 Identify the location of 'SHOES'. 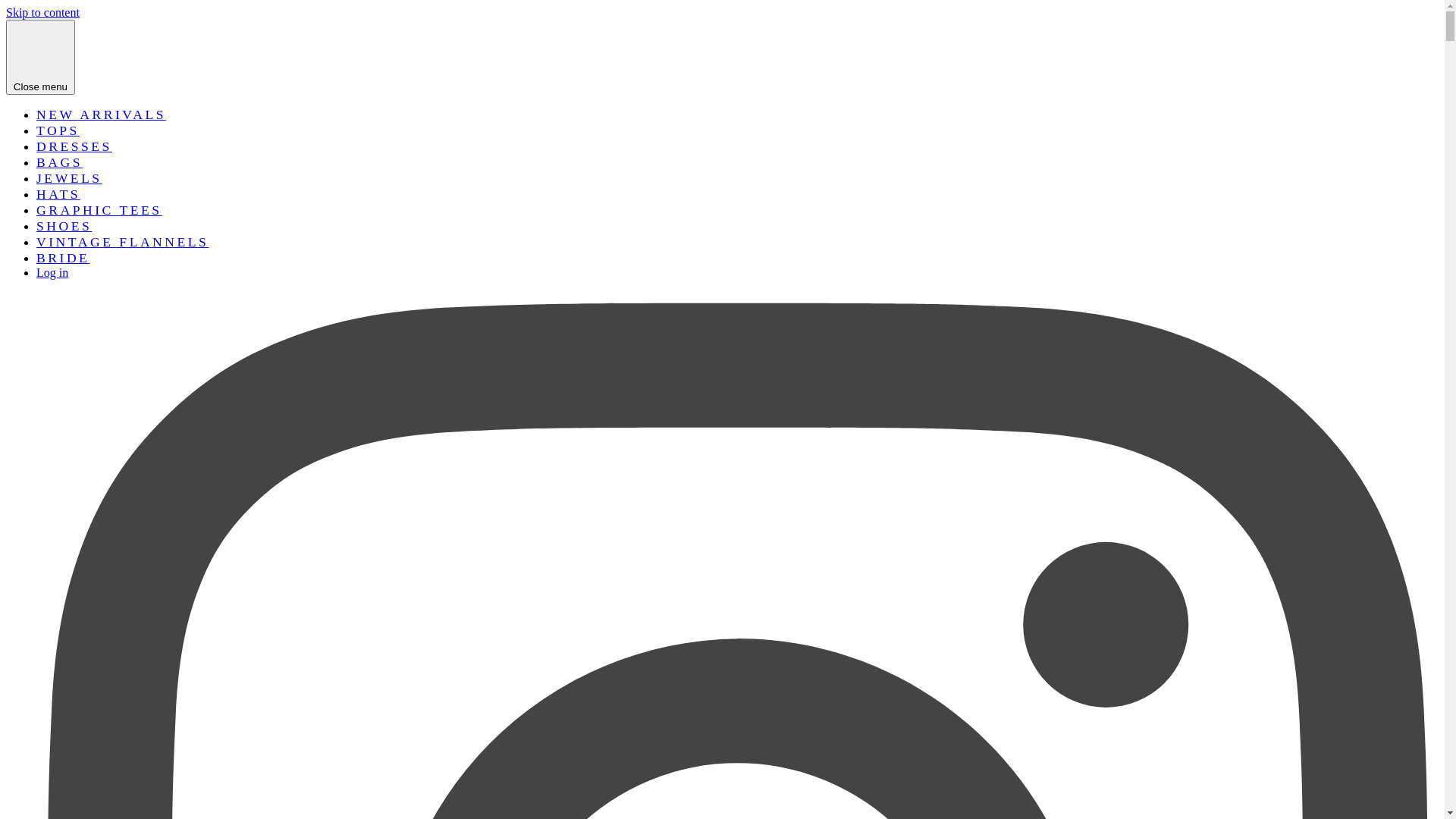
(63, 225).